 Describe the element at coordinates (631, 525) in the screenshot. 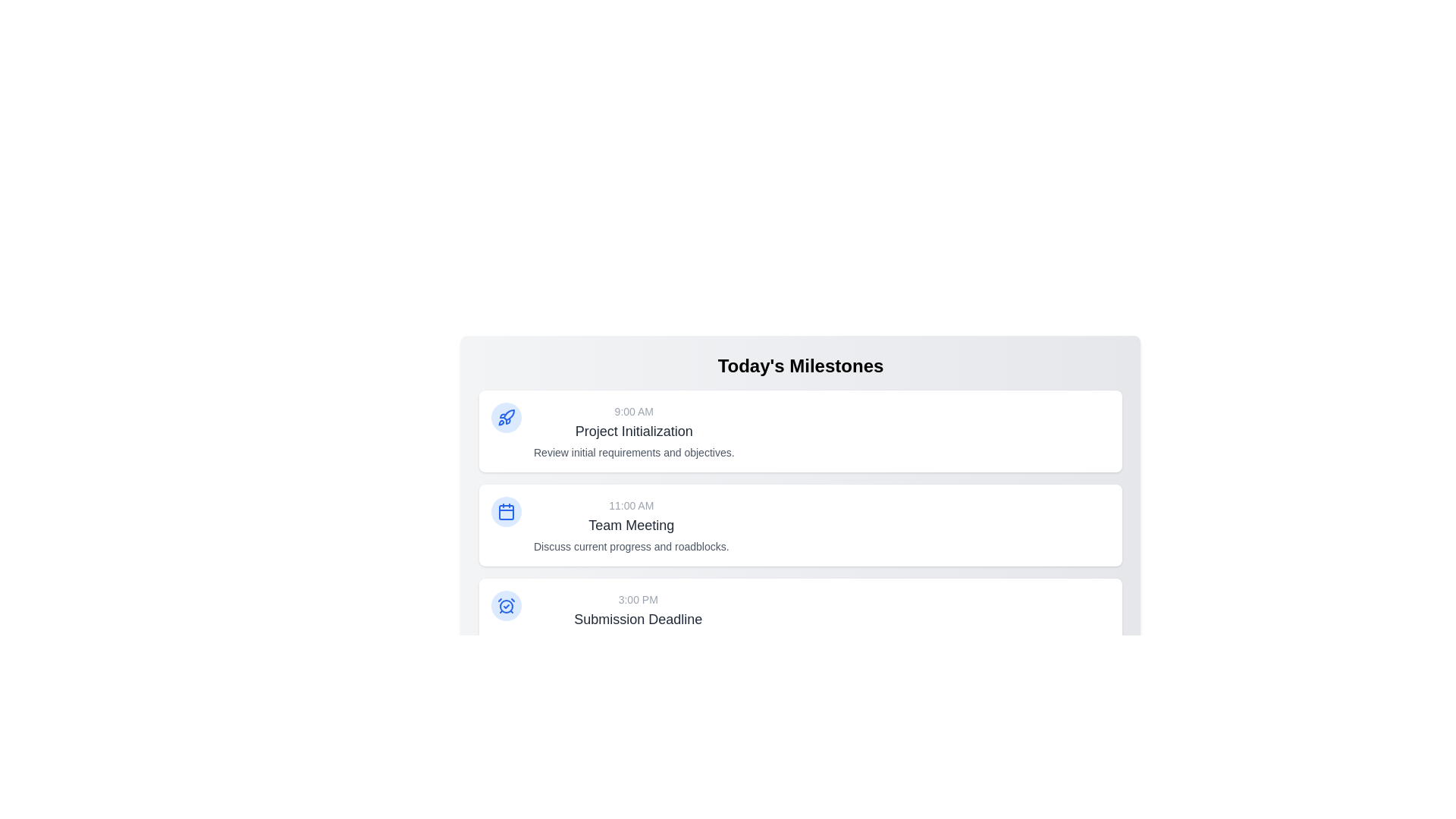

I see `the Text Display element that shows event details, including the 'Team Meeting' title and description` at that location.